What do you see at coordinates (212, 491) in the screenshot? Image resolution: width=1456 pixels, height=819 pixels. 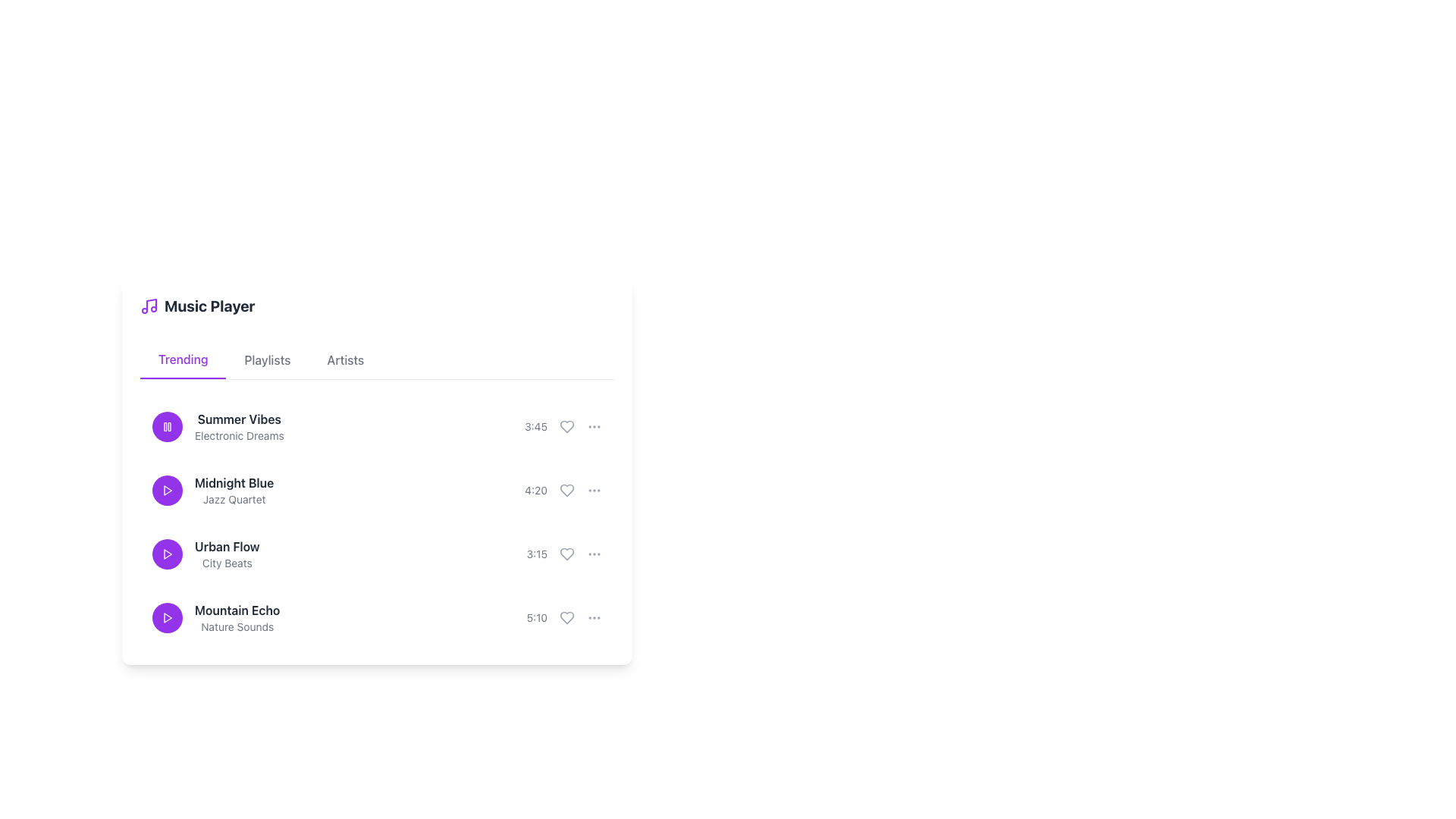 I see `the text labels displaying 'Midnight Blue' and 'Jazz Quartet' located in the 'Trending' section of the 'Music Player' interface, next to a purple circular button with a play icon` at bounding box center [212, 491].